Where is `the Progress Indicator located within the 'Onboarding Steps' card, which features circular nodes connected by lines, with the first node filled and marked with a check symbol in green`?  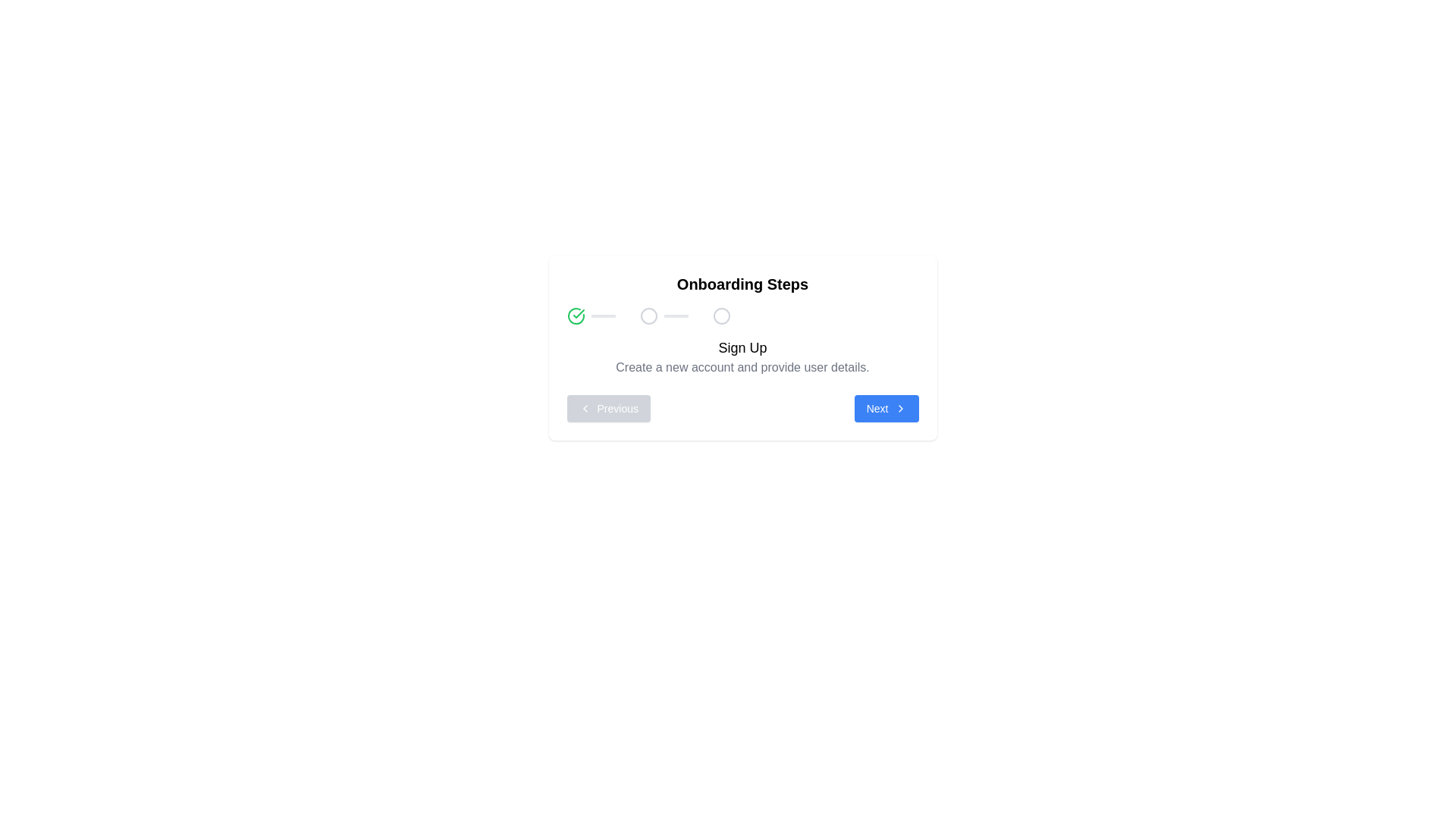 the Progress Indicator located within the 'Onboarding Steps' card, which features circular nodes connected by lines, with the first node filled and marked with a check symbol in green is located at coordinates (742, 315).